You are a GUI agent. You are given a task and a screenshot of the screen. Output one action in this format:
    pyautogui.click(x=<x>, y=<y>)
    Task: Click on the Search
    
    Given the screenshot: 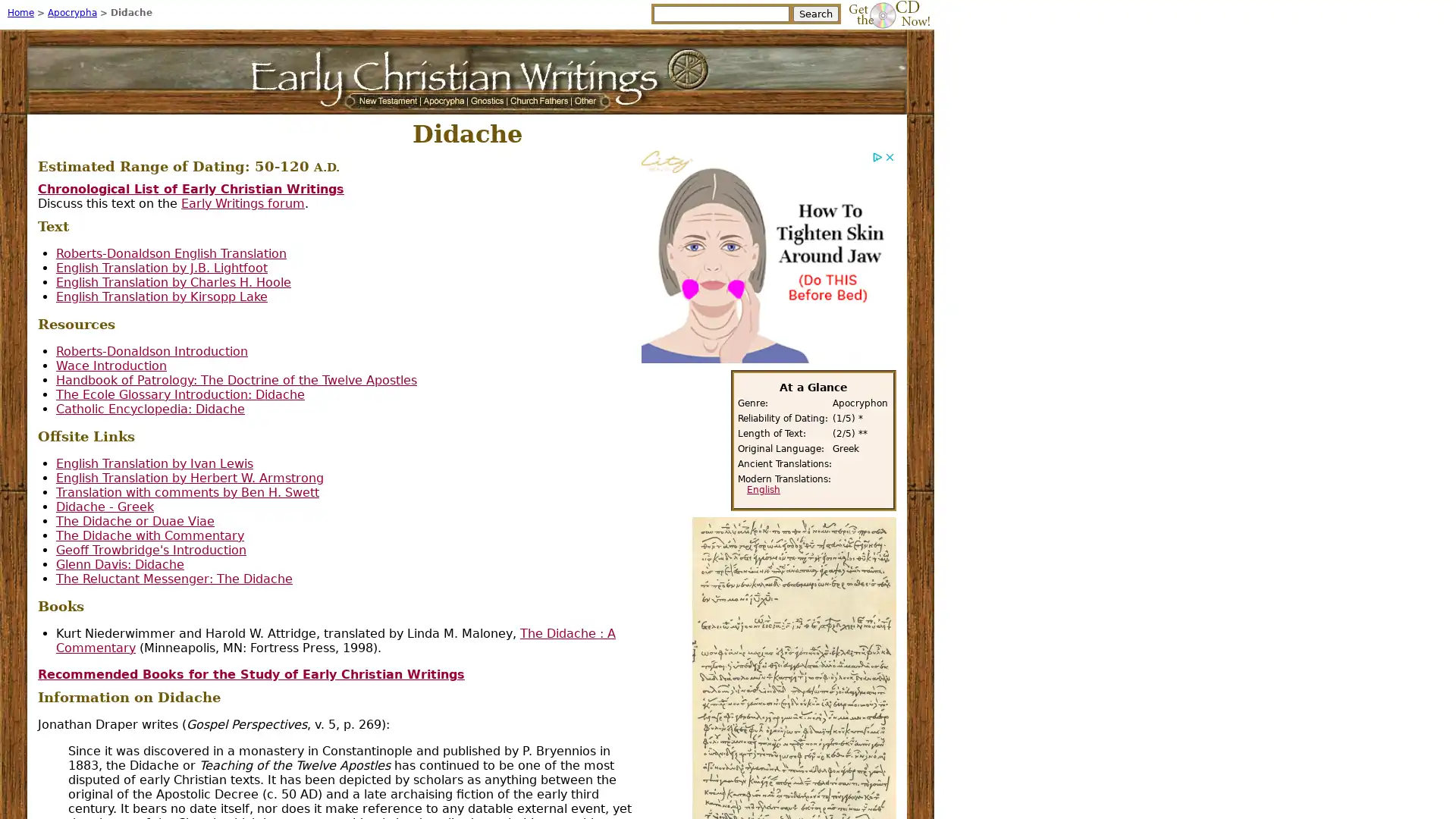 What is the action you would take?
    pyautogui.click(x=814, y=14)
    